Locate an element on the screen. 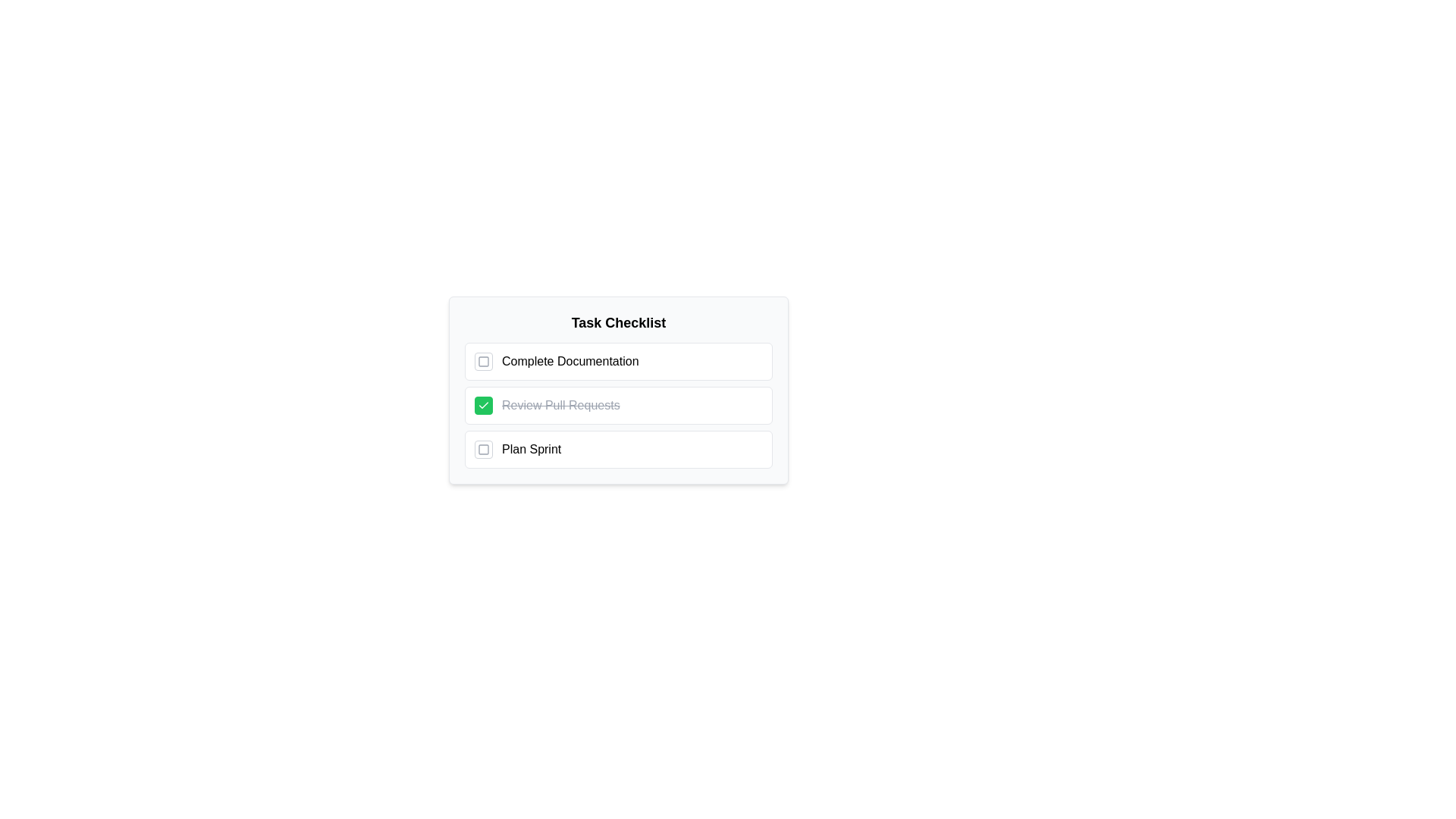 The width and height of the screenshot is (1456, 819). the second checklist item labeled 'Review Pull Requests' is located at coordinates (619, 405).